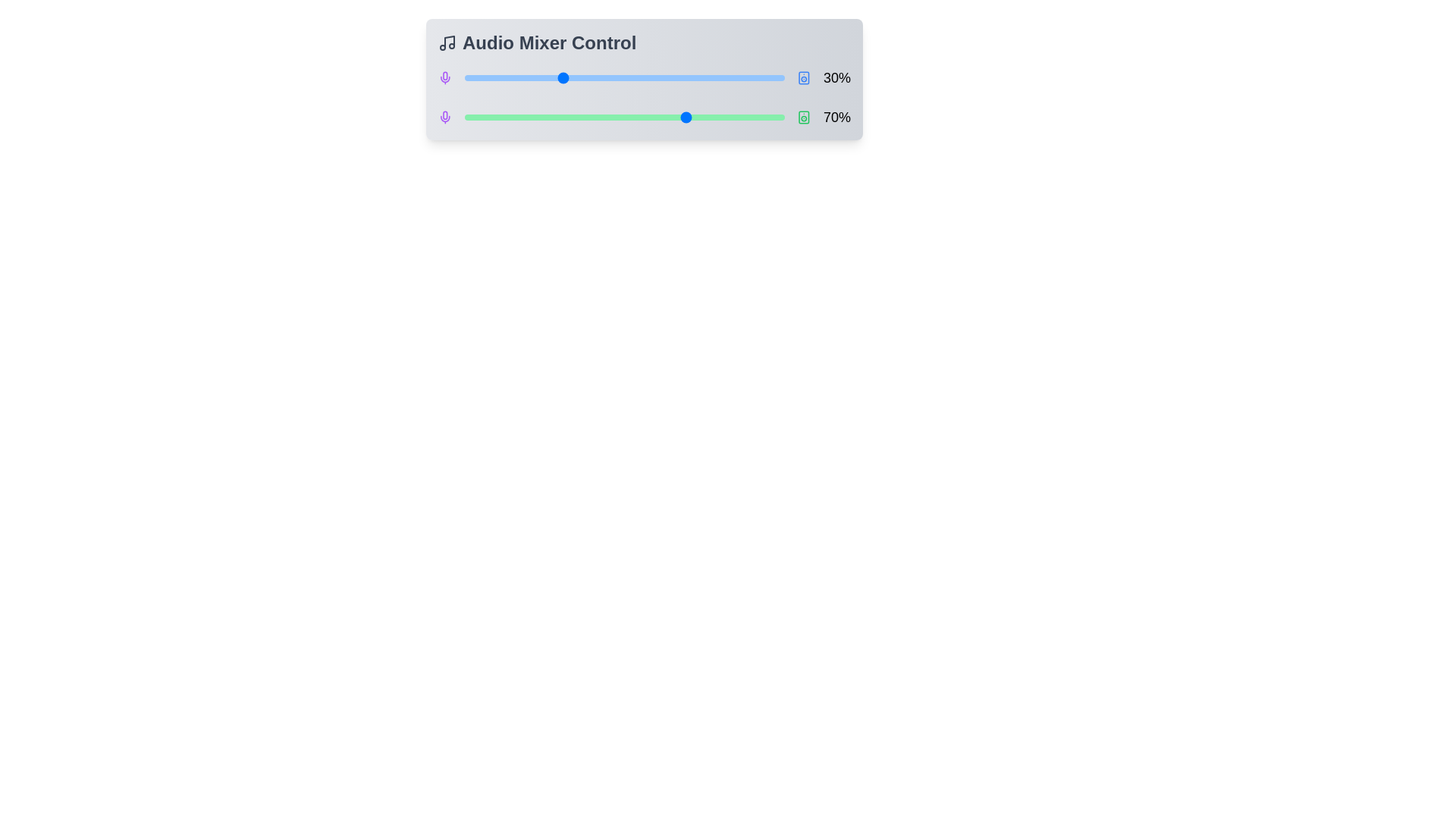 The height and width of the screenshot is (819, 1456). I want to click on the knob of the audio level range slider located in the second row of controls, positioned between a microphone icon and a '70%' label, so click(625, 116).